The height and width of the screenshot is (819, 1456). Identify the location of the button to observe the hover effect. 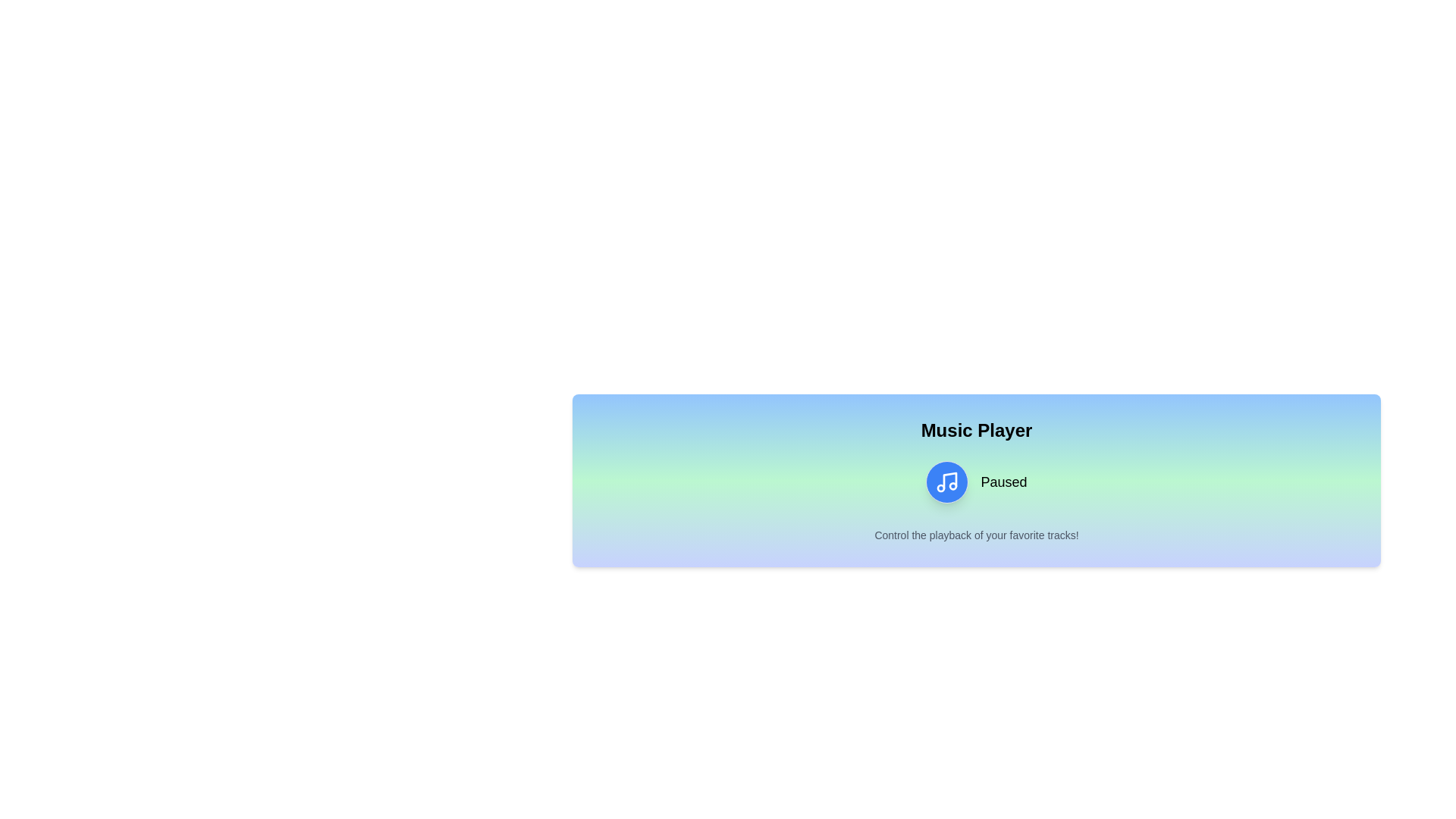
(946, 482).